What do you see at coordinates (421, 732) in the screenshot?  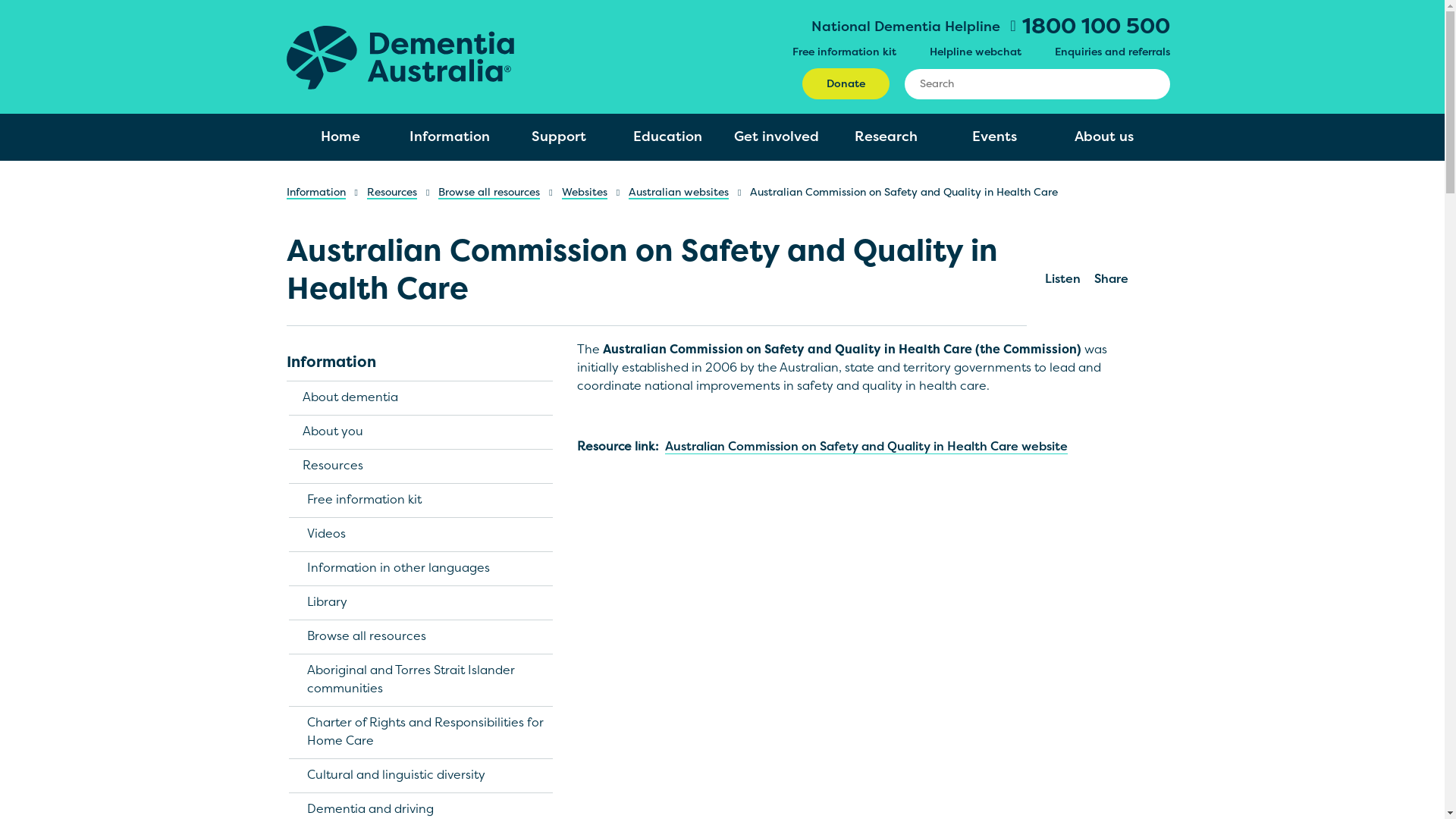 I see `'Charter of Rights and Responsibilities for Home Care'` at bounding box center [421, 732].